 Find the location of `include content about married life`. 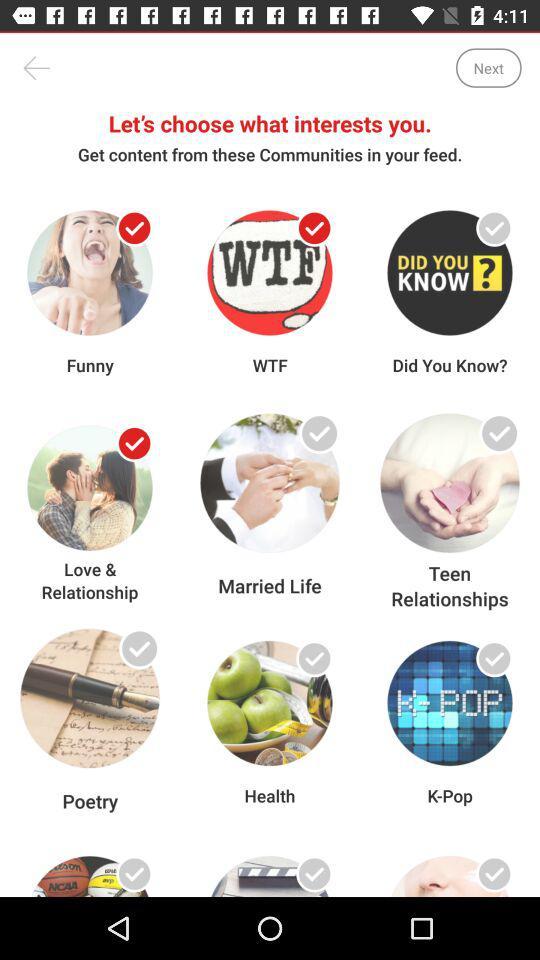

include content about married life is located at coordinates (314, 443).